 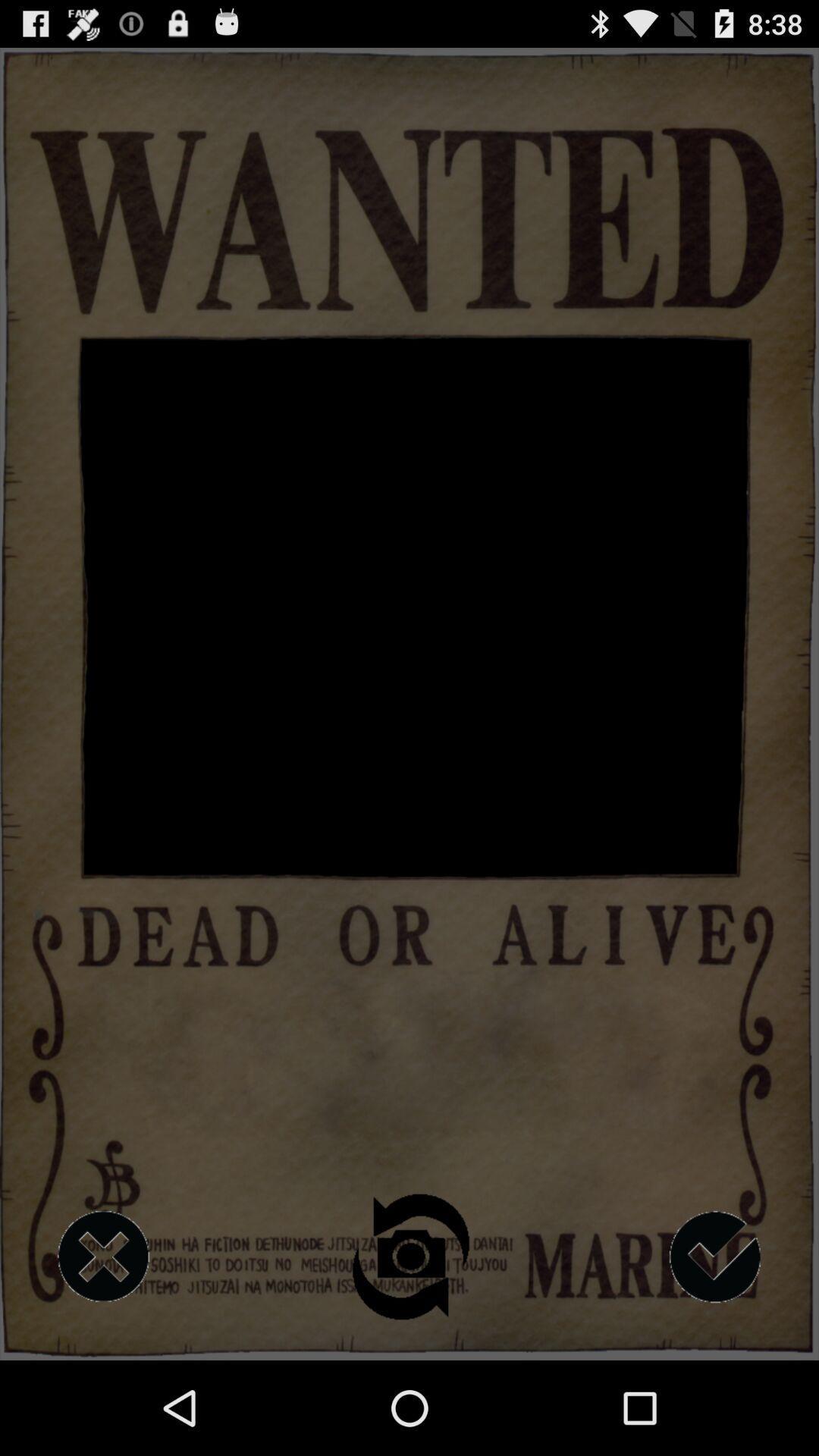 I want to click on the close icon, so click(x=102, y=1345).